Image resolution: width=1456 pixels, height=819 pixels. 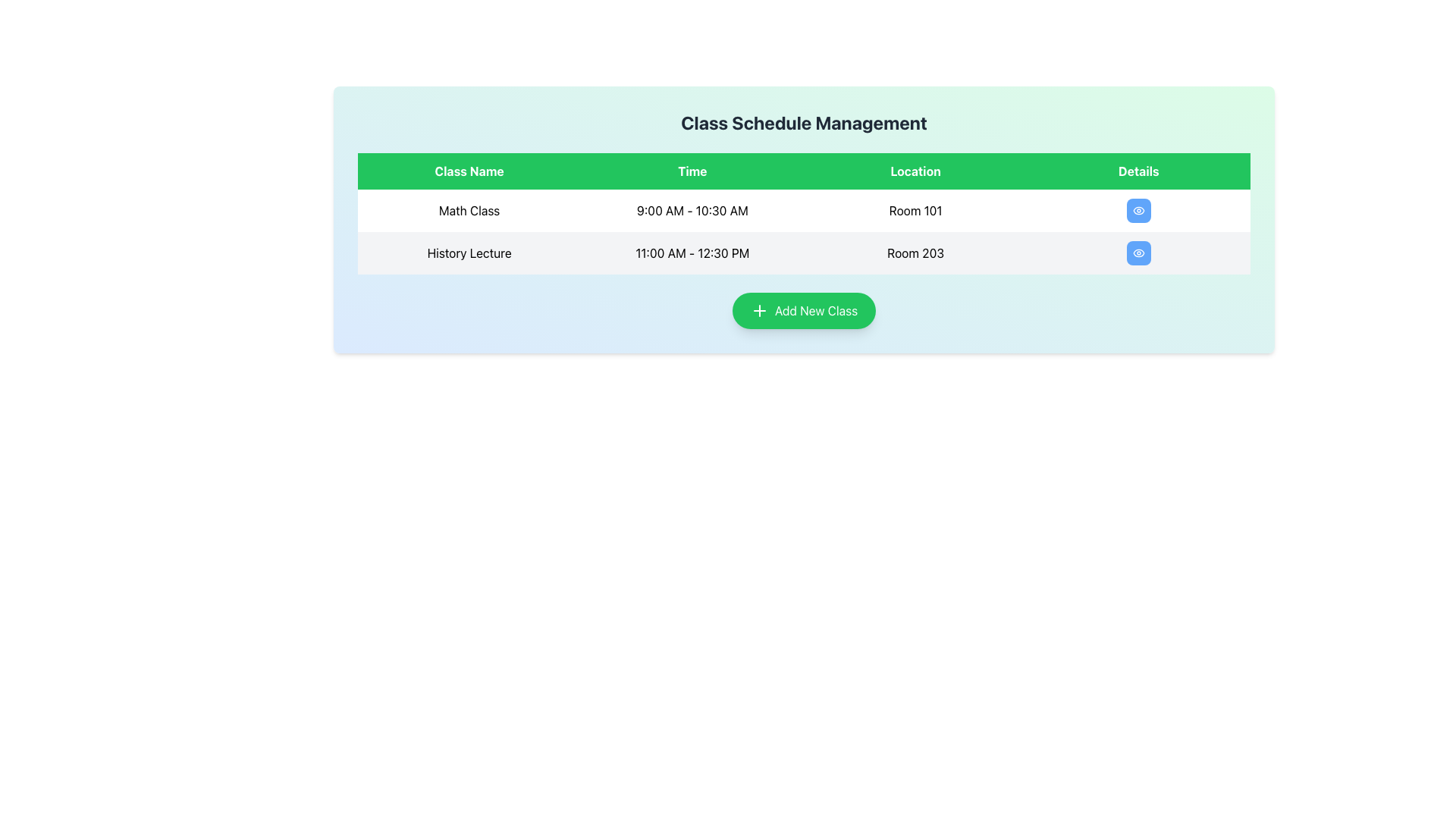 What do you see at coordinates (692, 253) in the screenshot?
I see `the text label displaying '11:00 AM - 12:30 PM' in the 'Time' column of the 'Class Schedule Management' table, which is located in the second row adjacent to 'History Lecture' and 'Room 203'` at bounding box center [692, 253].